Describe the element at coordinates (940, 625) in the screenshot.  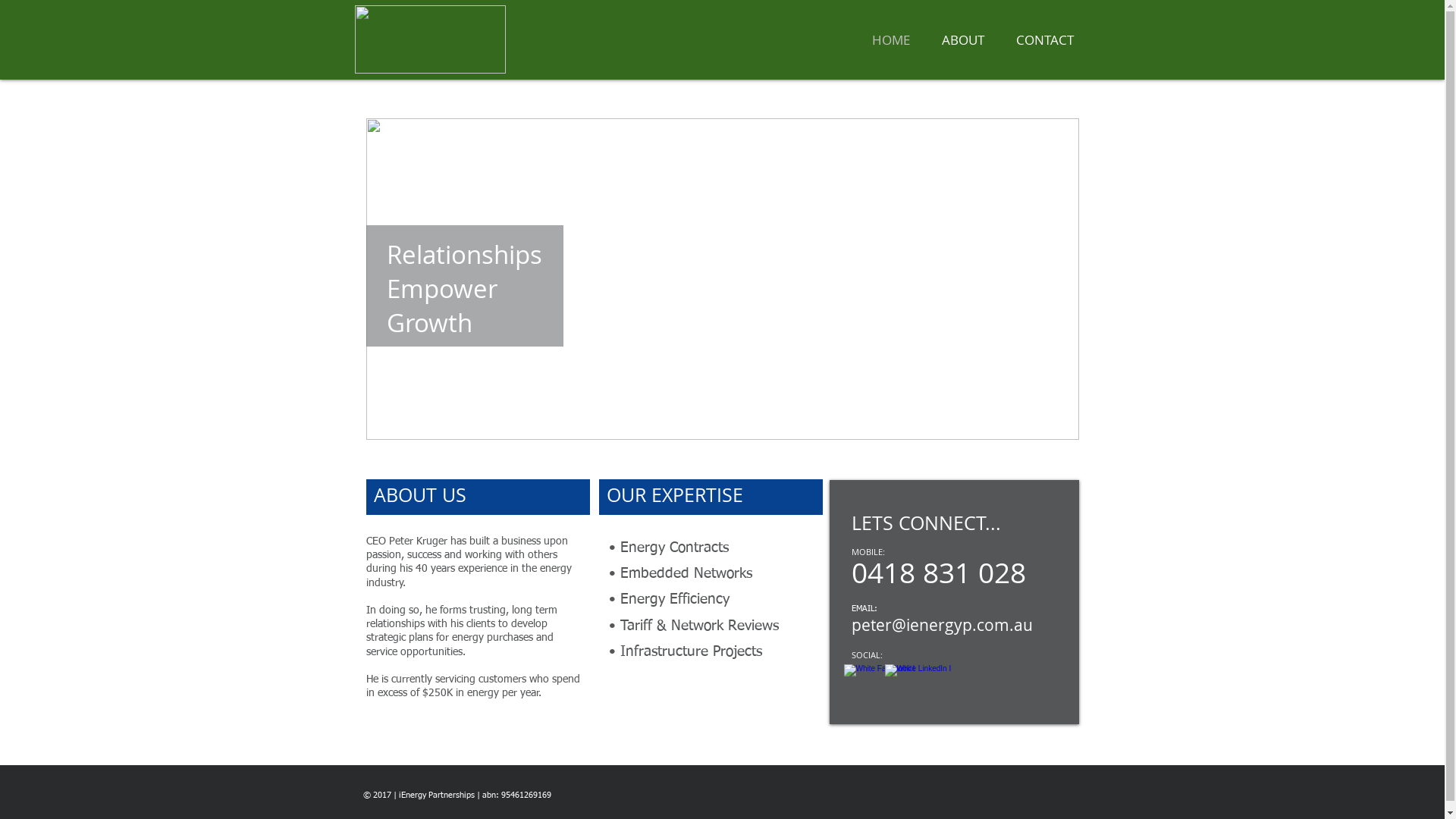
I see `'peter@ienergyp.com.au'` at that location.